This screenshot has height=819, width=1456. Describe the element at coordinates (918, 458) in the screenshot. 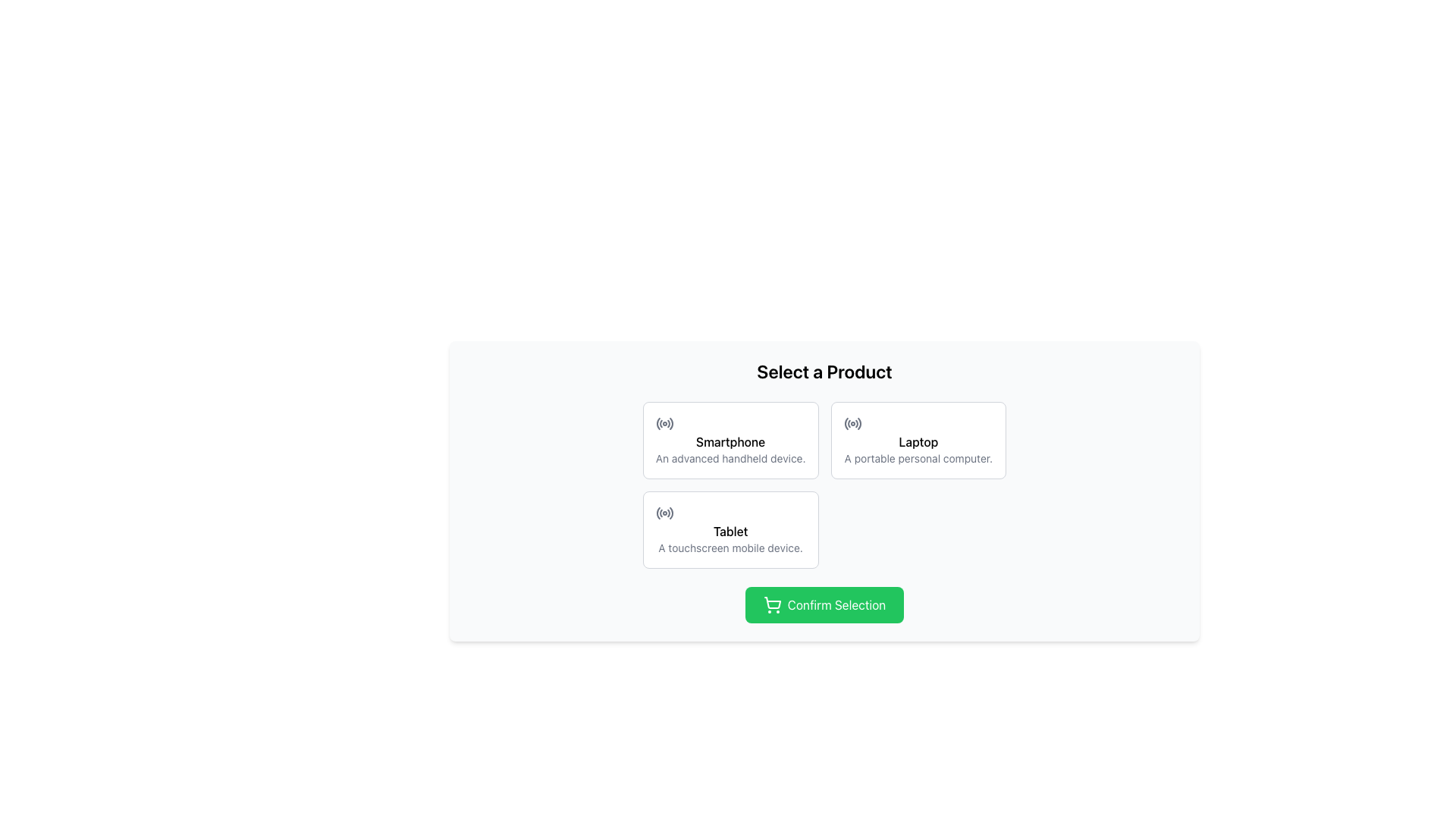

I see `the text element providing additional information about the 'Laptop' option, which describes it as 'A portable personal computer.'` at that location.